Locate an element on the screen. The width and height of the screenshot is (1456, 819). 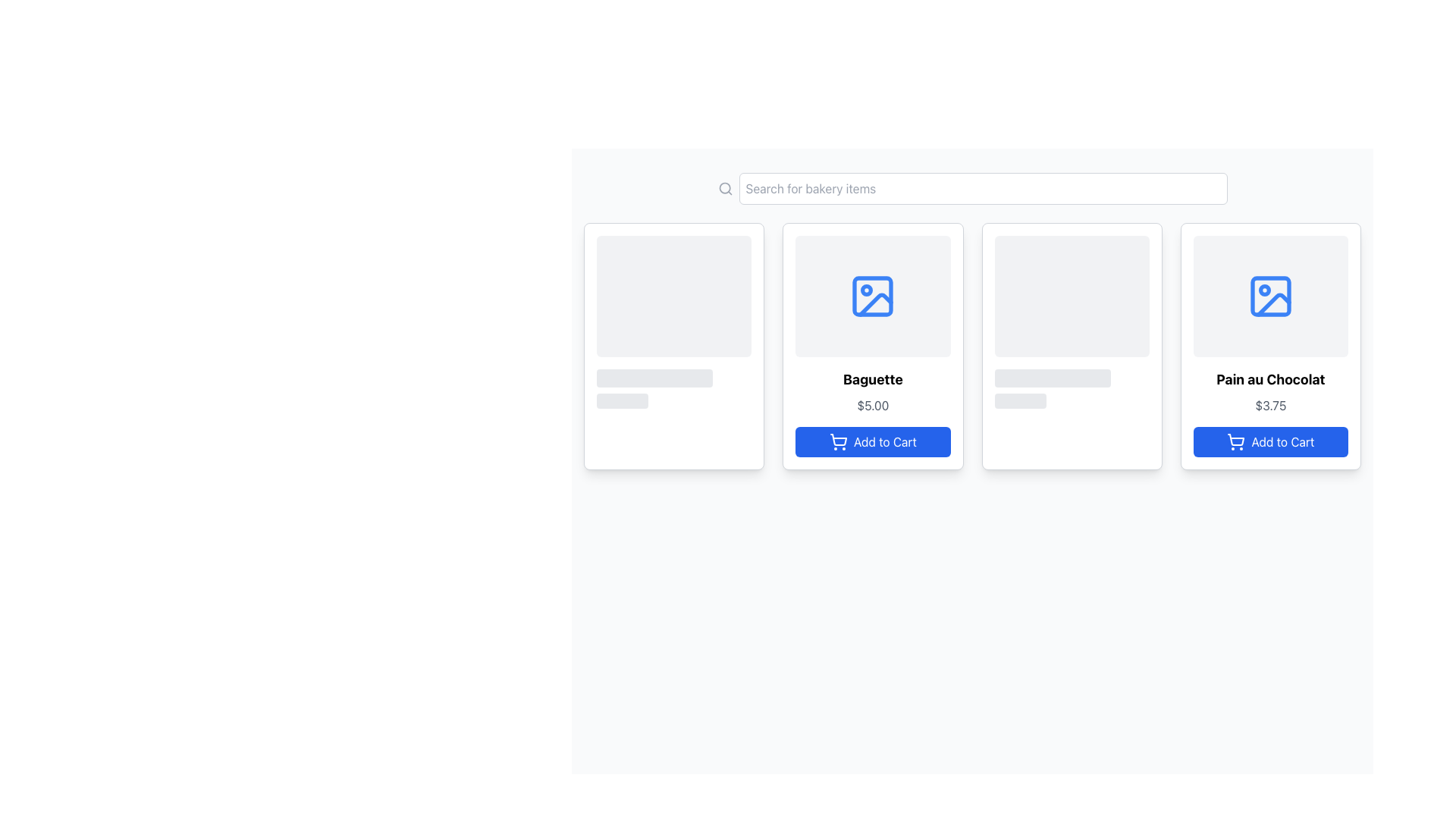
the blue 'Add to Cart' button with a shopping cart icon, located at the bottom of the 'Baguette' product card is located at coordinates (873, 441).